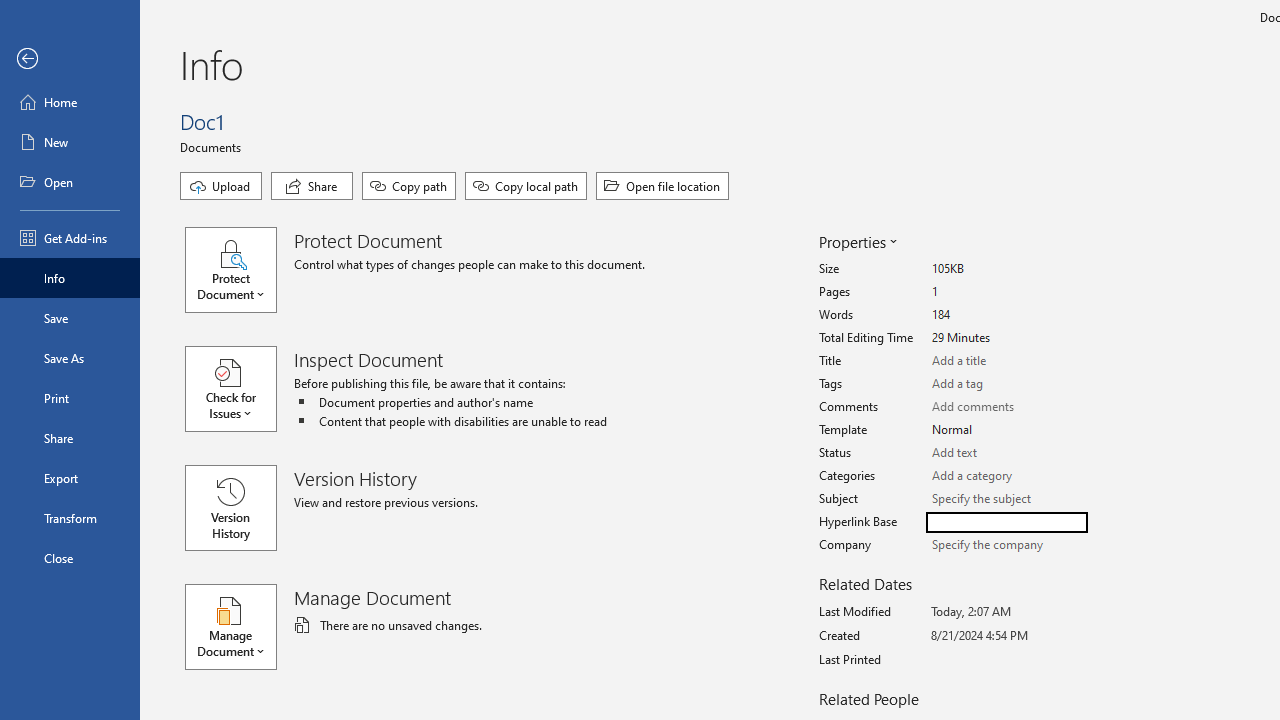 The width and height of the screenshot is (1280, 720). What do you see at coordinates (69, 140) in the screenshot?
I see `'New'` at bounding box center [69, 140].